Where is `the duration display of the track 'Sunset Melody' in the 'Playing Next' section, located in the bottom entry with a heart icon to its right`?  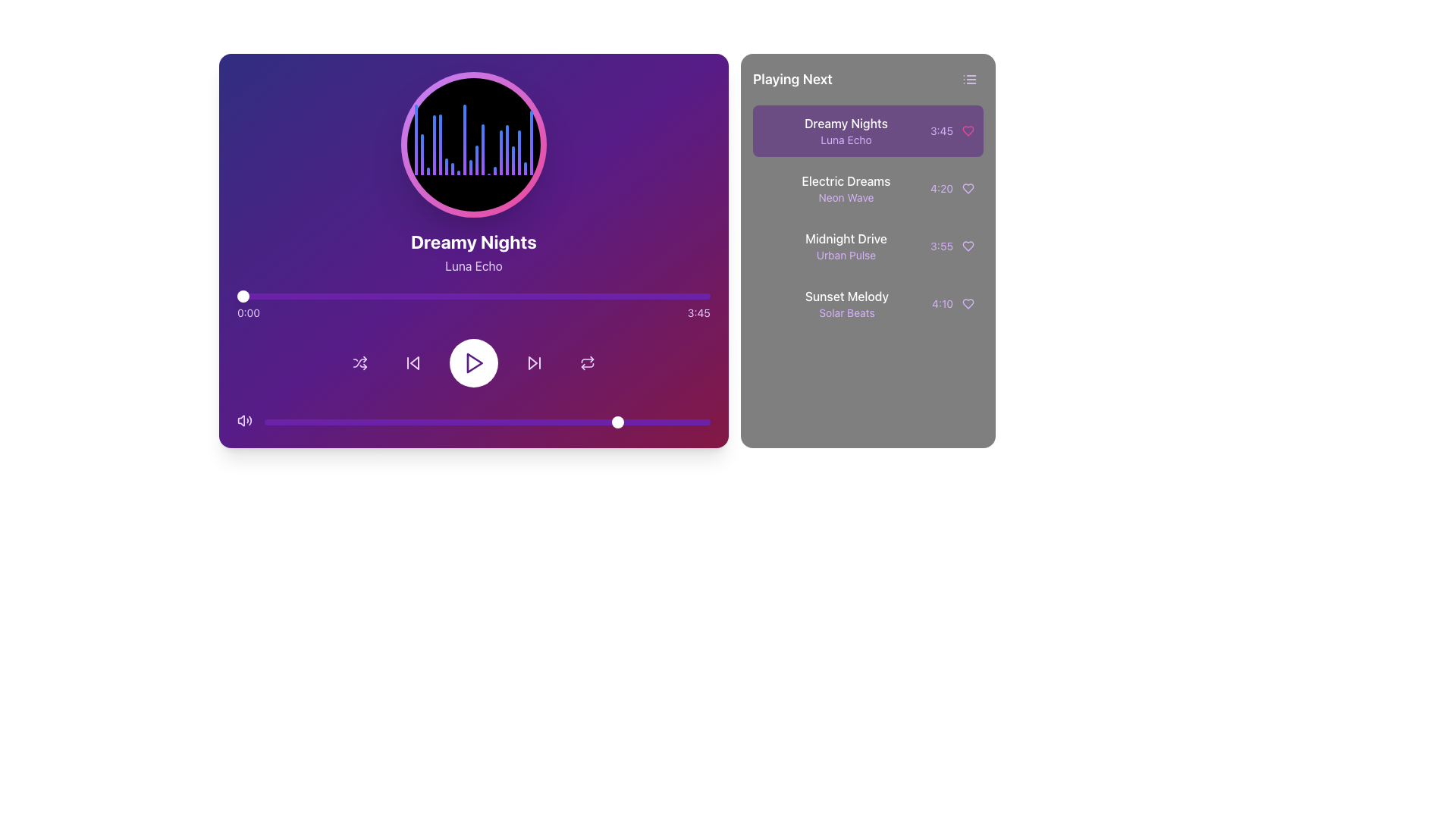 the duration display of the track 'Sunset Melody' in the 'Playing Next' section, located in the bottom entry with a heart icon to its right is located at coordinates (942, 304).